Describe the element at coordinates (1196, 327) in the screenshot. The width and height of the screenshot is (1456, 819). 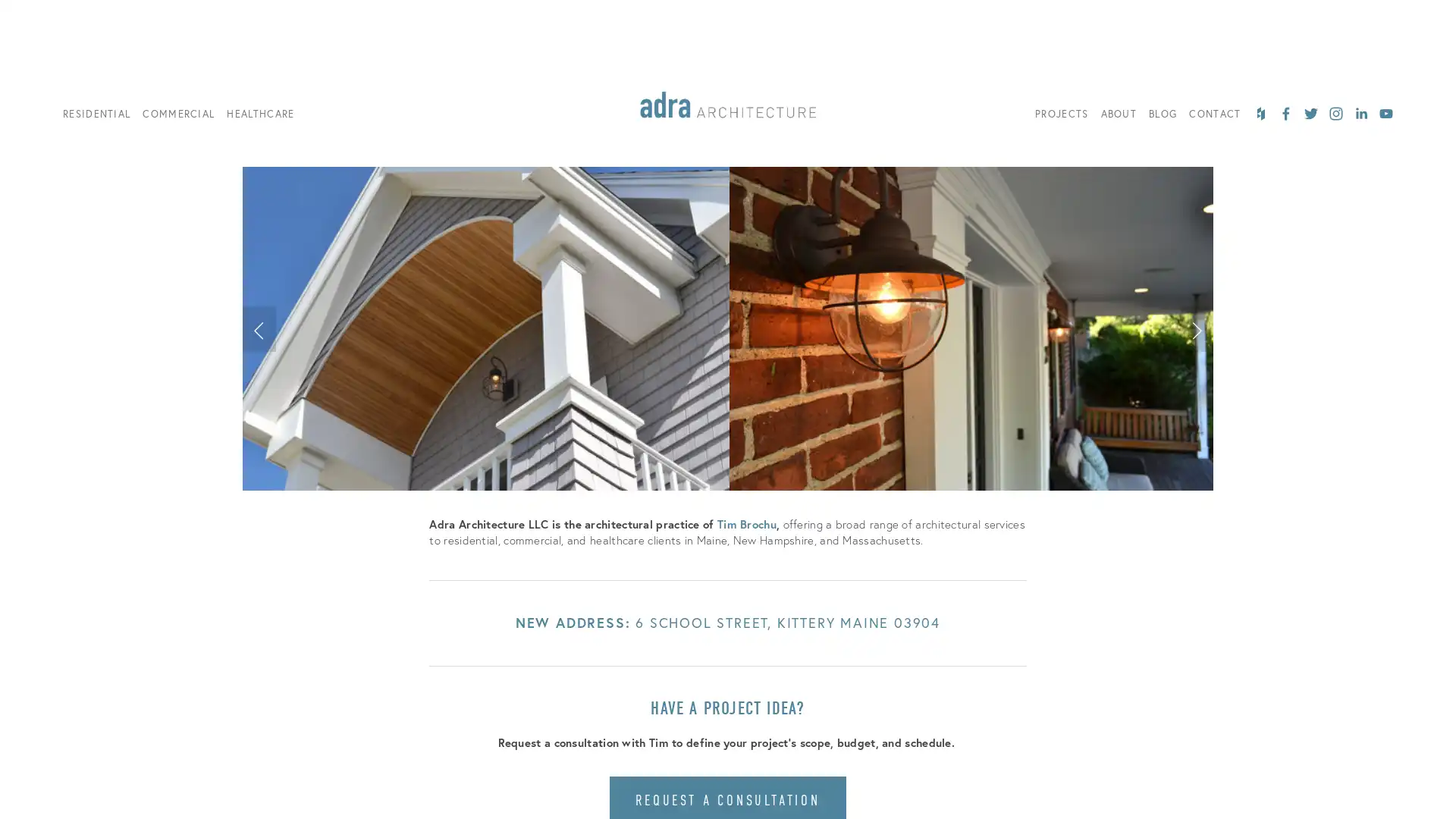
I see `Next Slide` at that location.